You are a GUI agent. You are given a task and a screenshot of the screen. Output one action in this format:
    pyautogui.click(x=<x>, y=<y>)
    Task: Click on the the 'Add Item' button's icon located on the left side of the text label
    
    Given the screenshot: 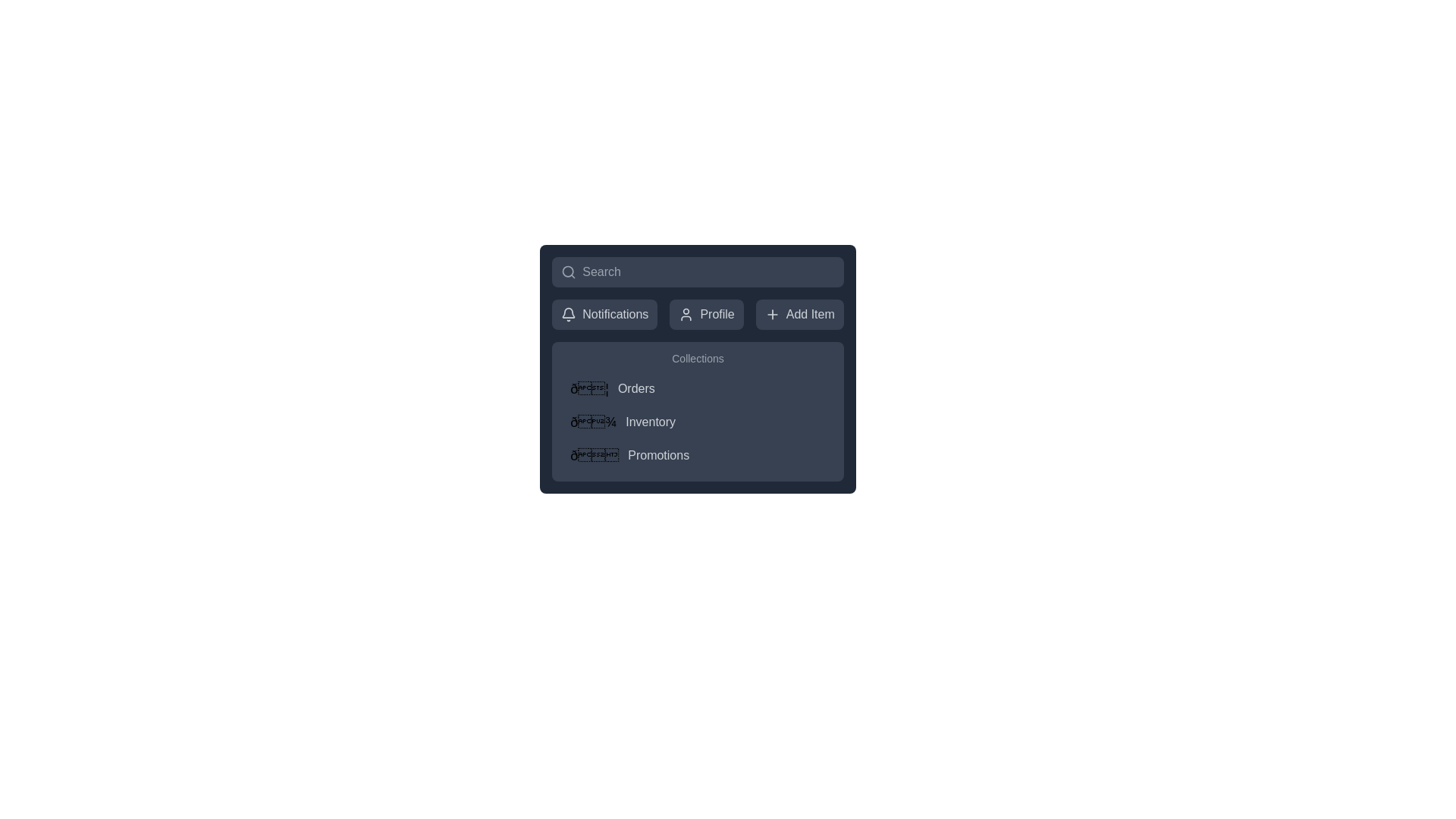 What is the action you would take?
    pyautogui.click(x=772, y=314)
    